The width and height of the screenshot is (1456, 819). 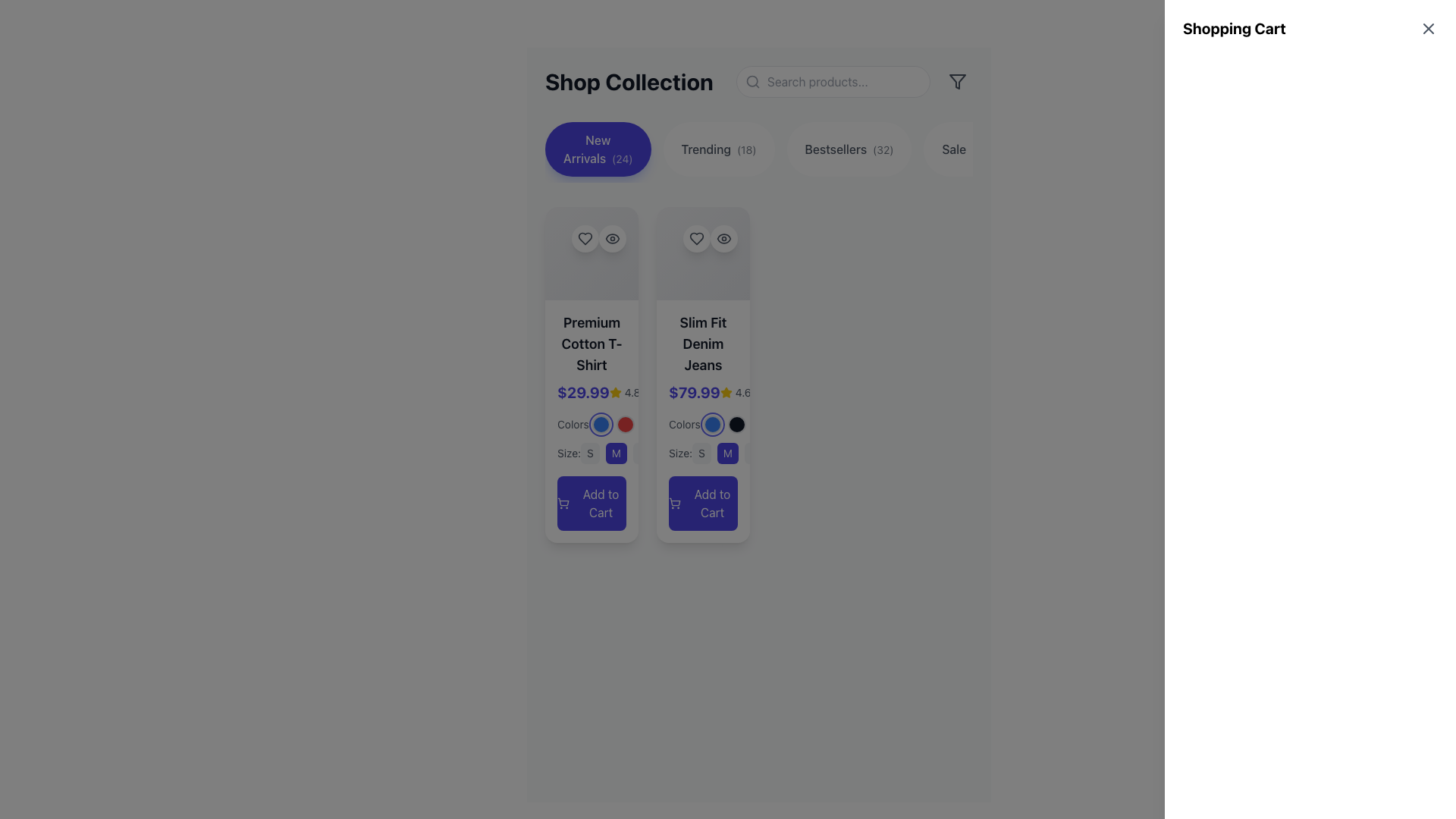 I want to click on the button labeled 'S', which is the first button in a list of size options, so click(x=702, y=452).